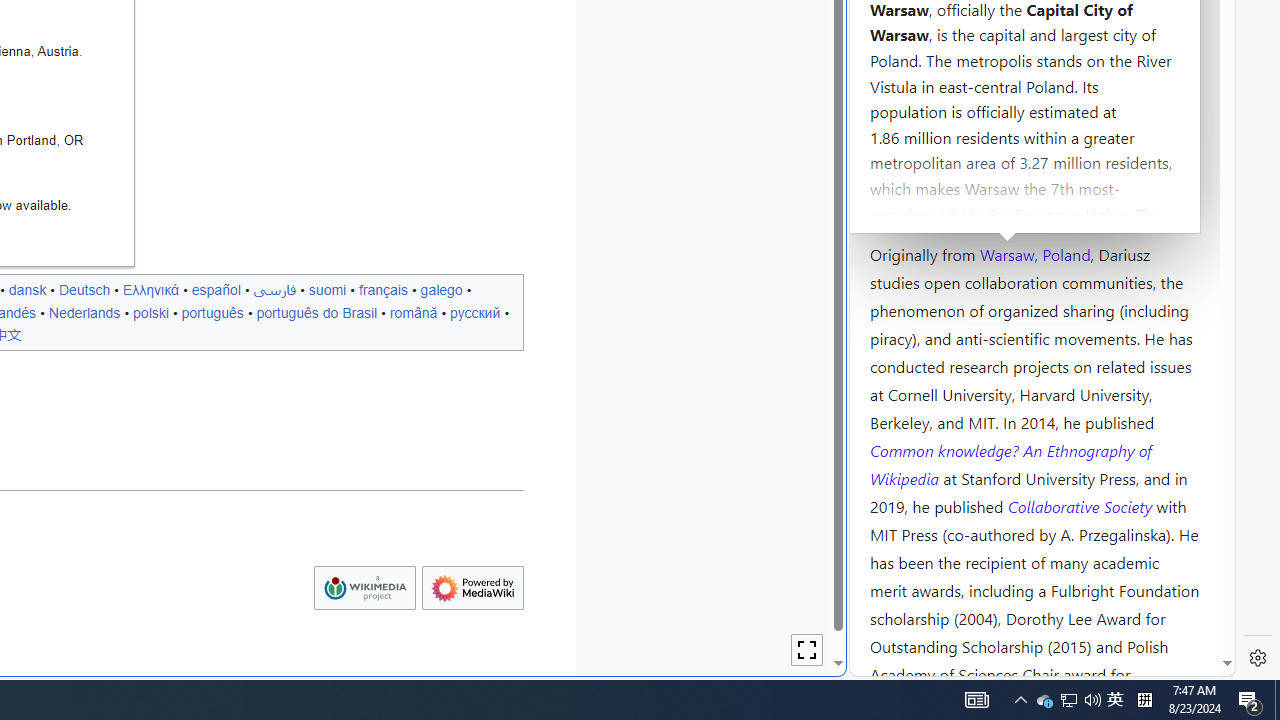 The width and height of the screenshot is (1280, 720). I want to click on 'Warsaw', so click(1006, 252).